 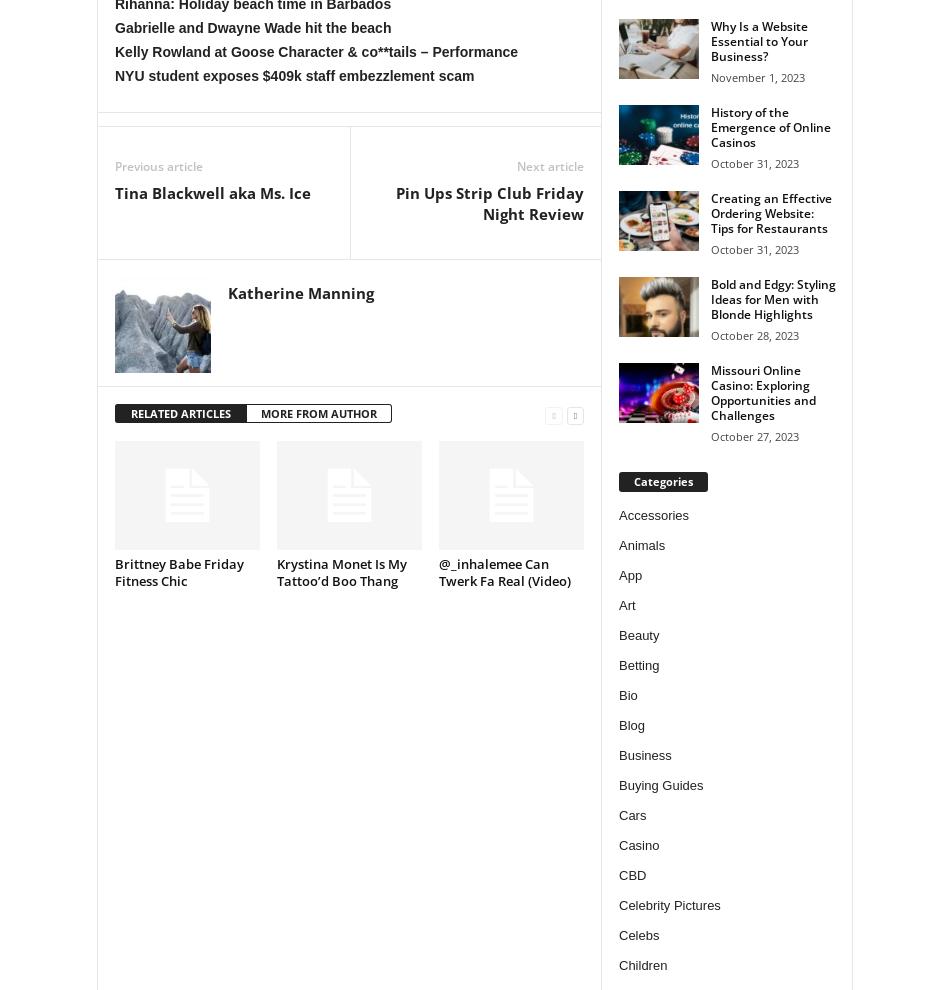 I want to click on 'Why Is a Website Essential to Your Business?', so click(x=758, y=40).